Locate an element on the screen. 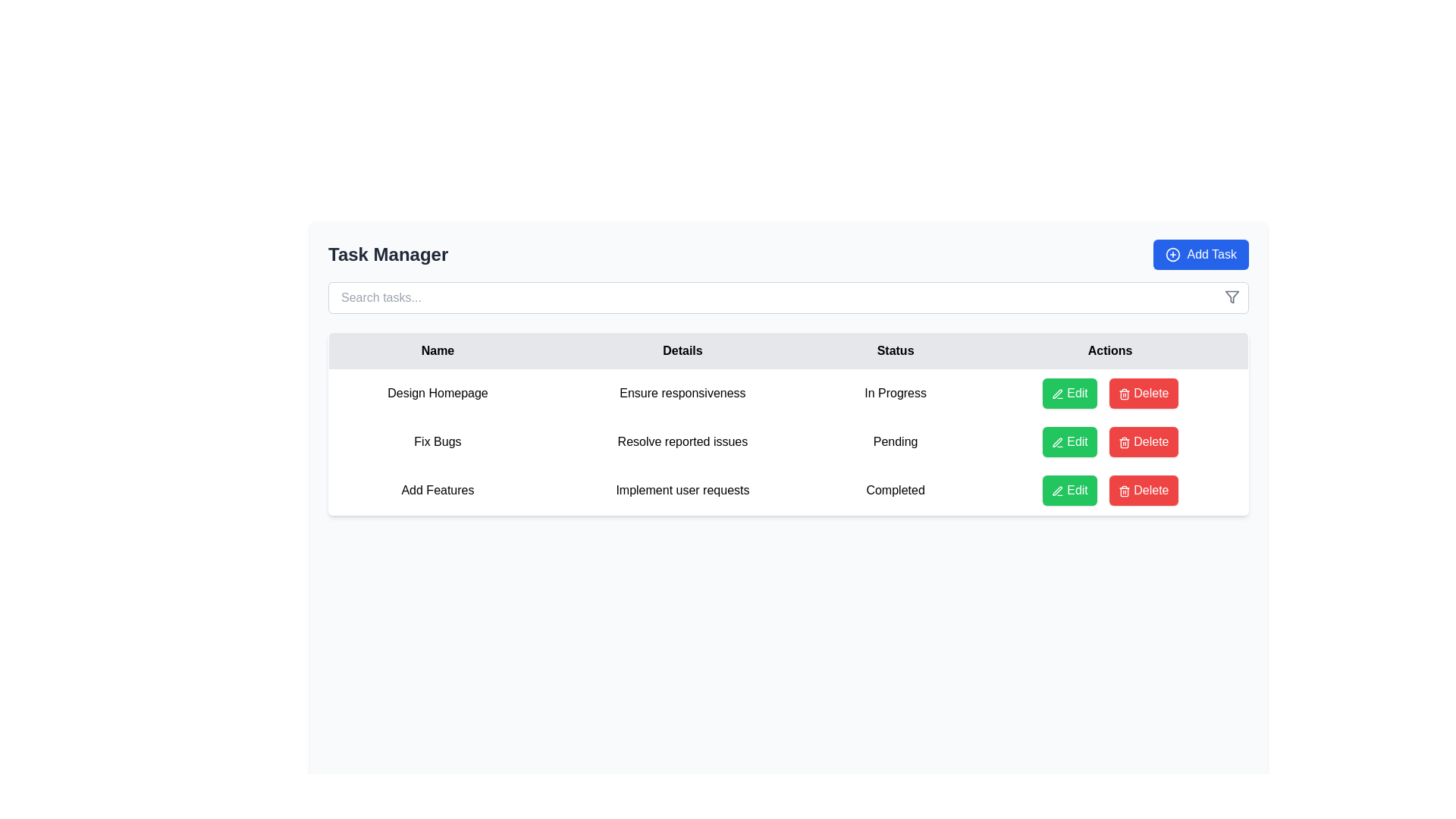  the filter icon located in the top-right corner of the interface, adjacent to the search bar and 'Add Task' button is located at coordinates (1232, 297).